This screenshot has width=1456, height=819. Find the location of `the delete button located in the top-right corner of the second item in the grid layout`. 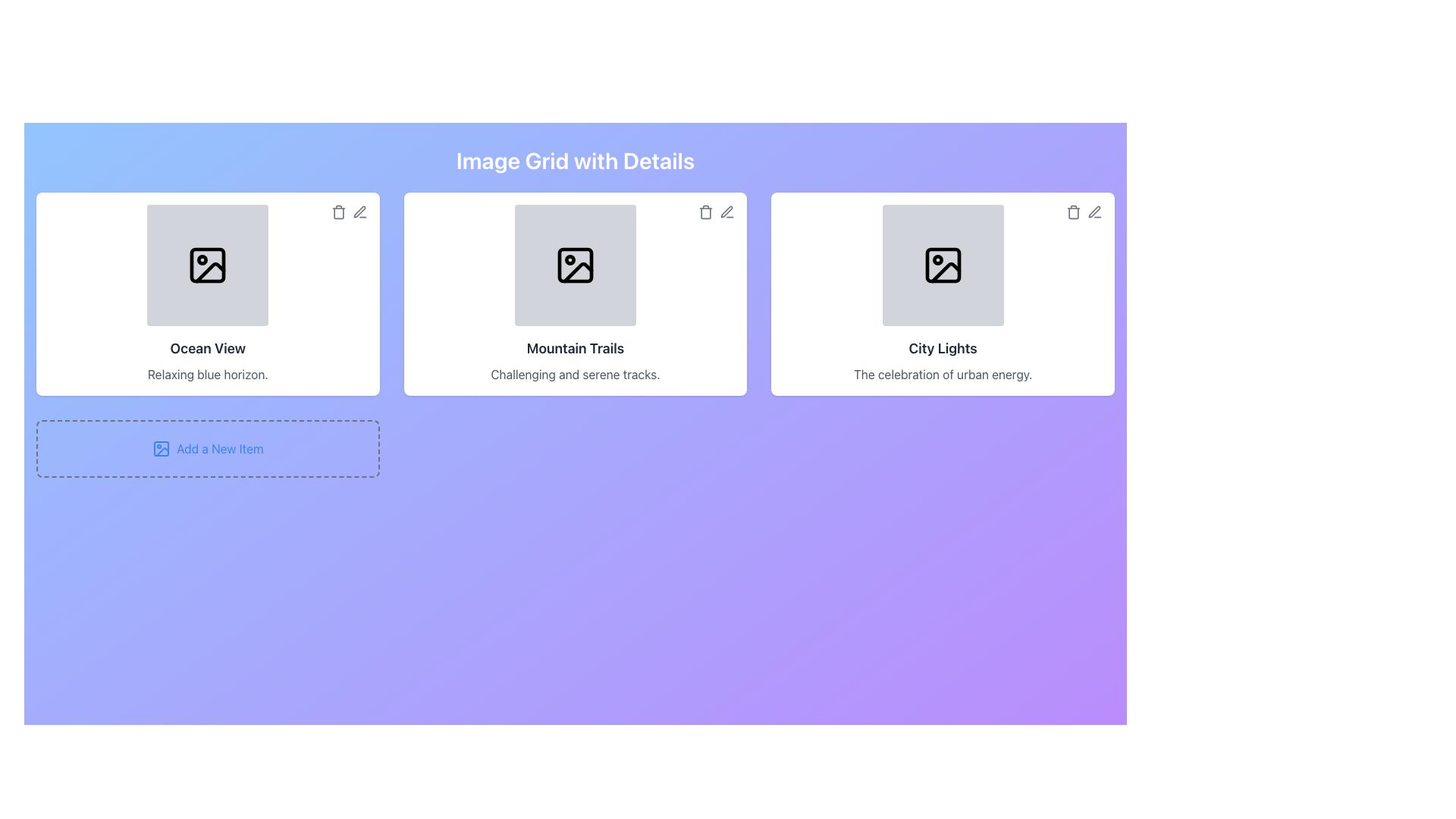

the delete button located in the top-right corner of the second item in the grid layout is located at coordinates (705, 212).